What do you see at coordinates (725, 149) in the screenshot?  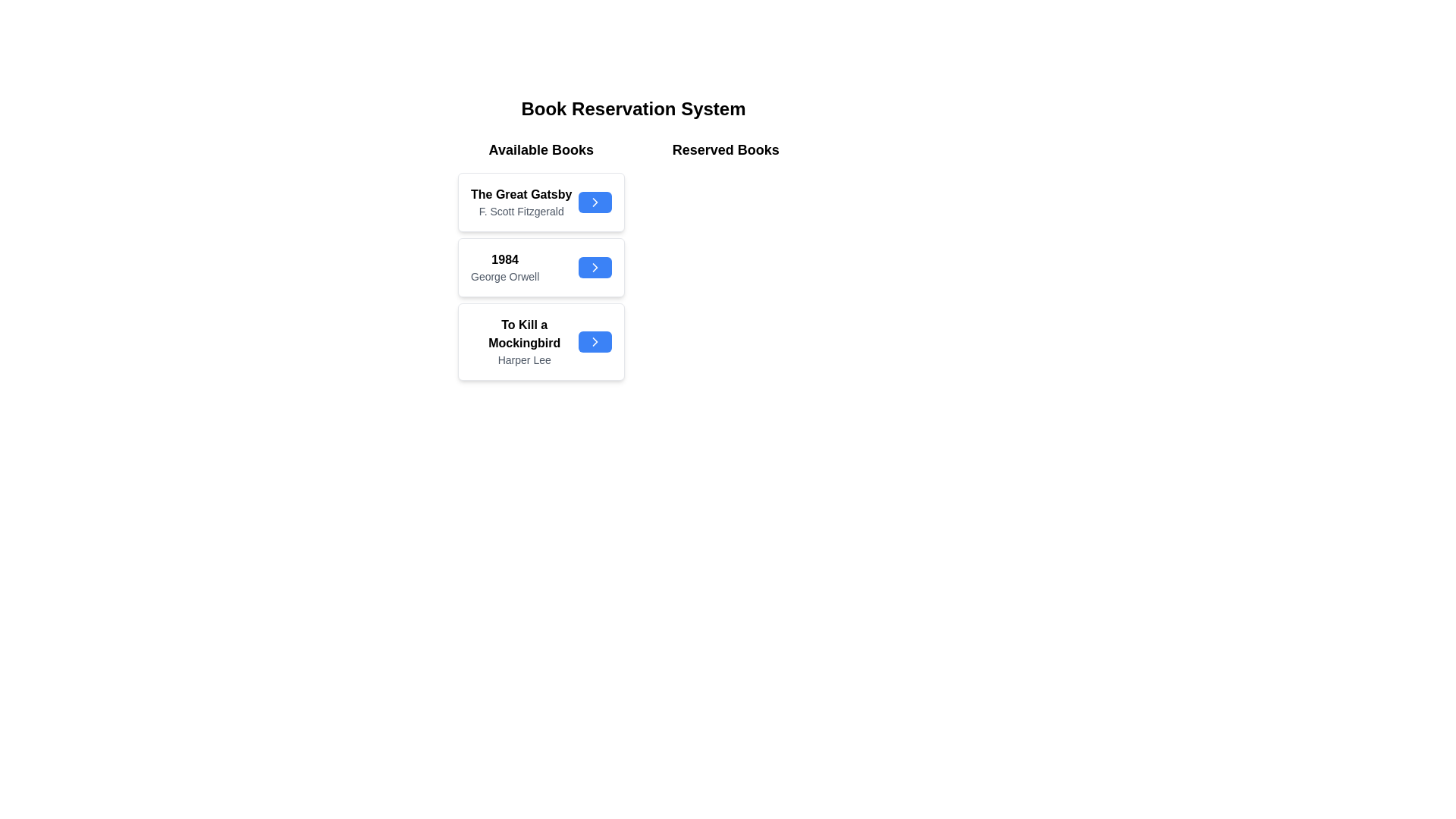 I see `the text label or heading that reads 'Reserved Books', which is styled in a bold, large font and located in the top-center area of the interface` at bounding box center [725, 149].